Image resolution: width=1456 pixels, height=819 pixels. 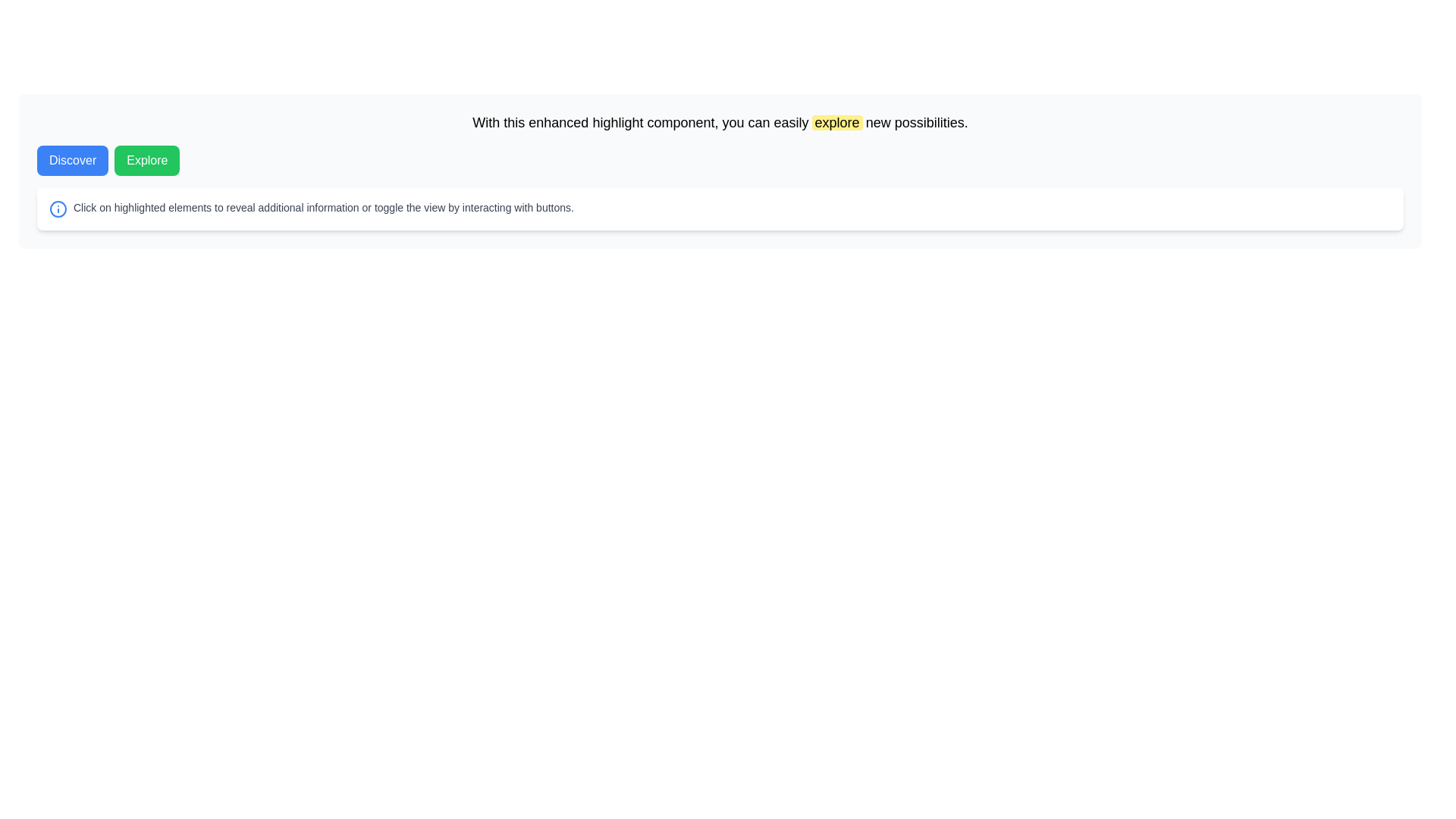 I want to click on the 'Explore' button, which is a green rectangular button with rounded corners, displaying white bold text, to interact with its hover effect, so click(x=147, y=161).